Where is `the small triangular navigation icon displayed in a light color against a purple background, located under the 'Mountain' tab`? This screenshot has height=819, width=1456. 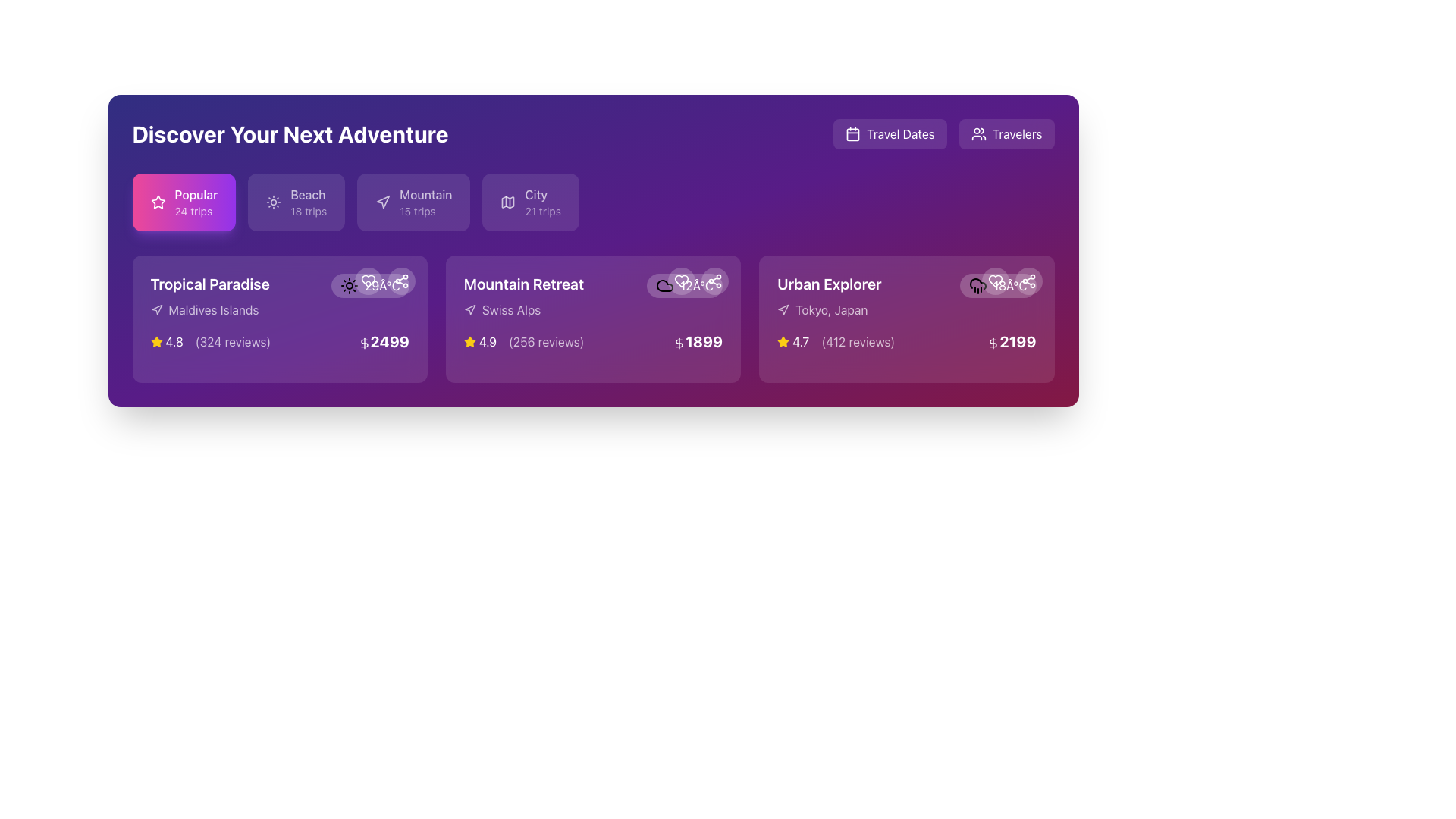 the small triangular navigation icon displayed in a light color against a purple background, located under the 'Mountain' tab is located at coordinates (383, 201).